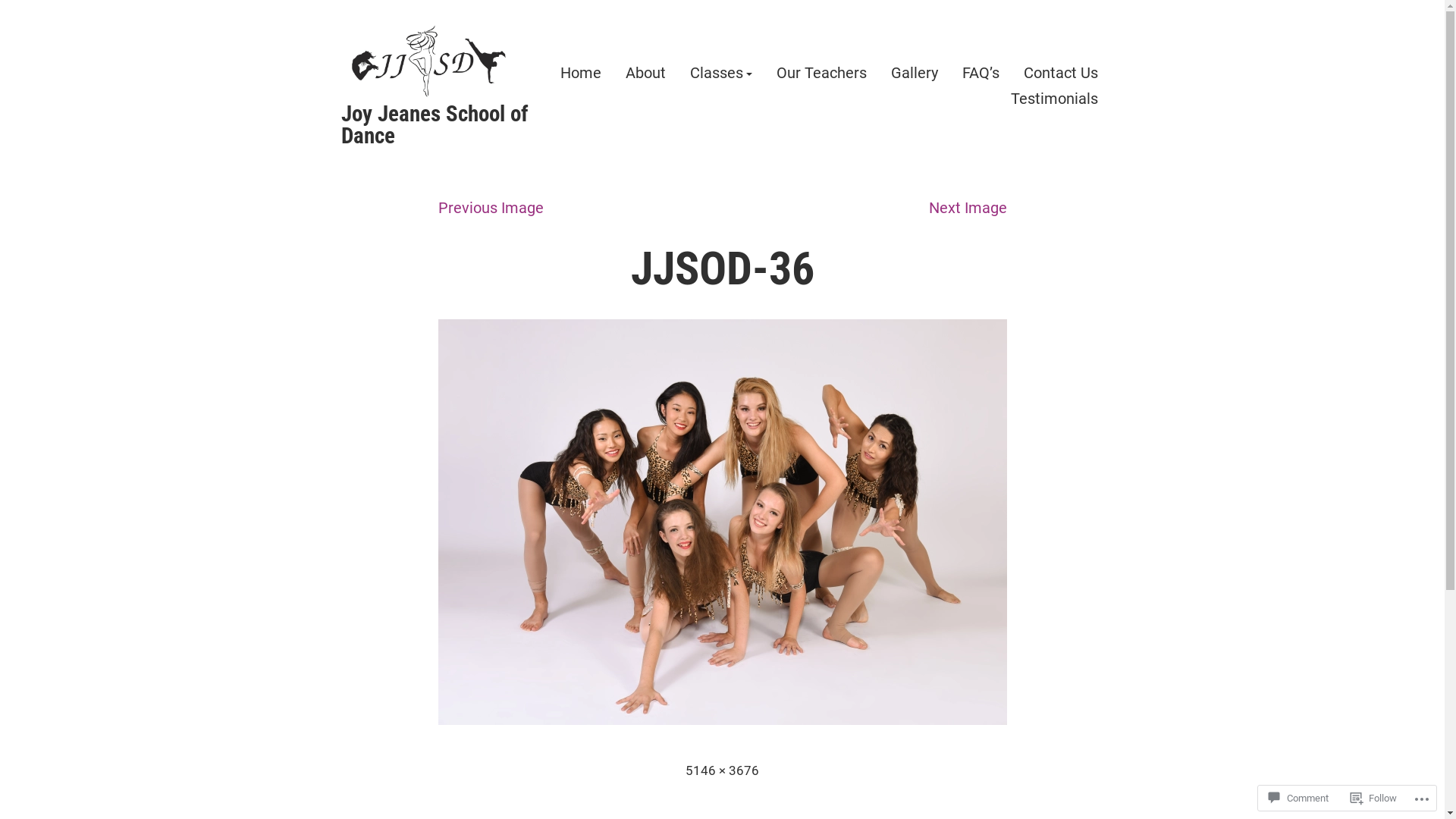  I want to click on 'Previous Image', so click(491, 207).